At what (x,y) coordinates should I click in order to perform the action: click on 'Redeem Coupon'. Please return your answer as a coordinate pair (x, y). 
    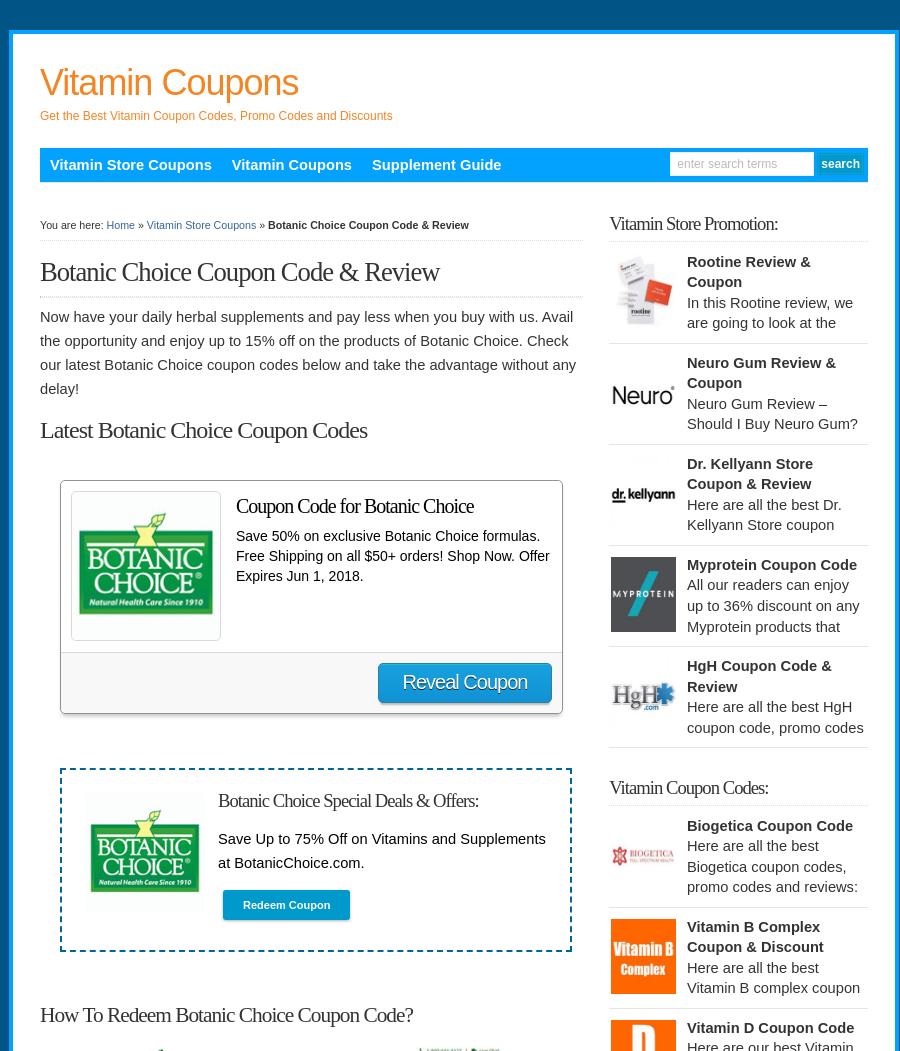
    Looking at the image, I should click on (285, 905).